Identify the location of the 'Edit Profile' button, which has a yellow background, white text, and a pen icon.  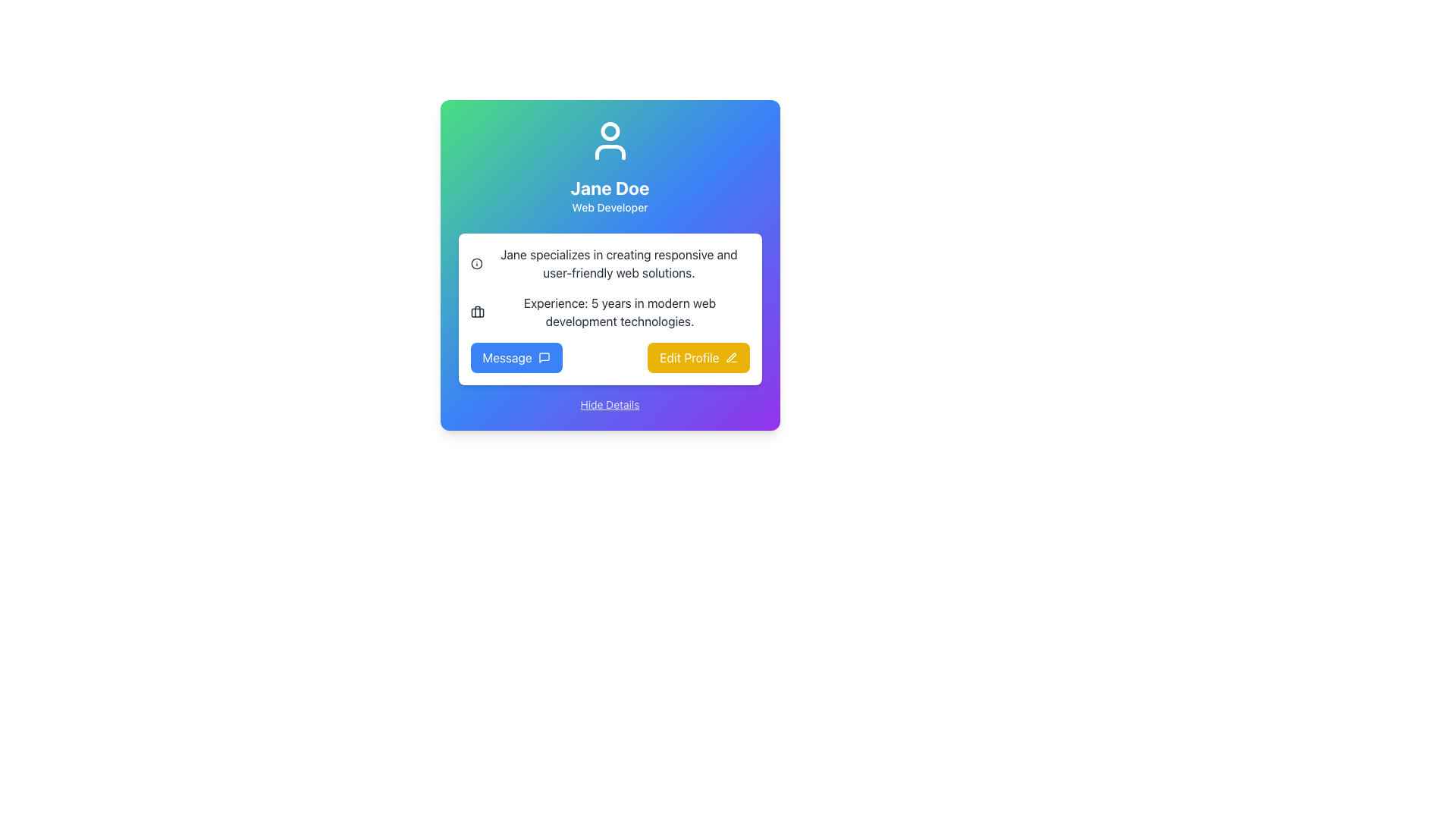
(698, 357).